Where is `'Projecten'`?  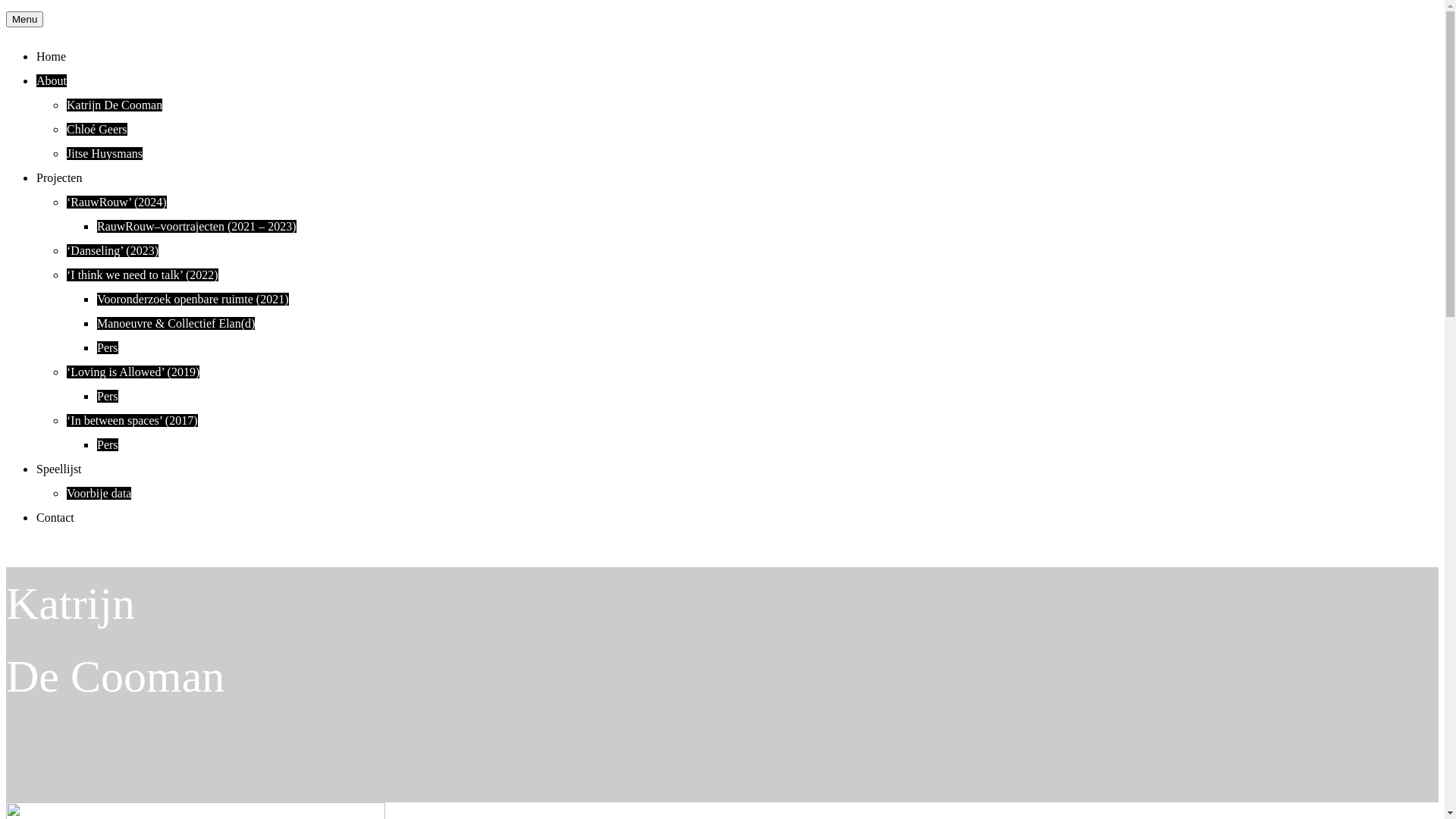 'Projecten' is located at coordinates (58, 177).